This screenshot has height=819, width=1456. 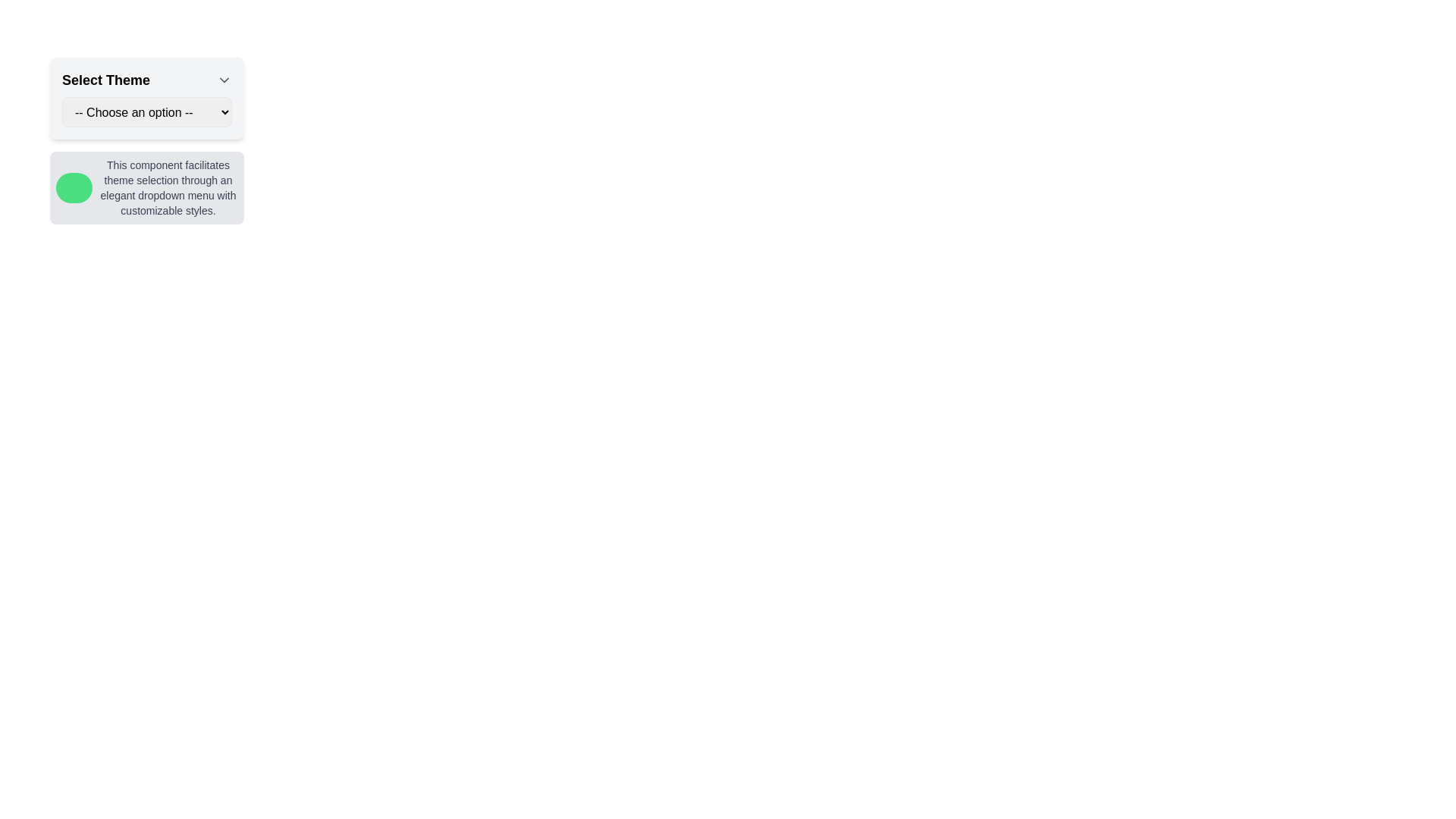 What do you see at coordinates (105, 80) in the screenshot?
I see `label element located at the top left corner of the theme selection section, which introduces the theme selection functionality` at bounding box center [105, 80].